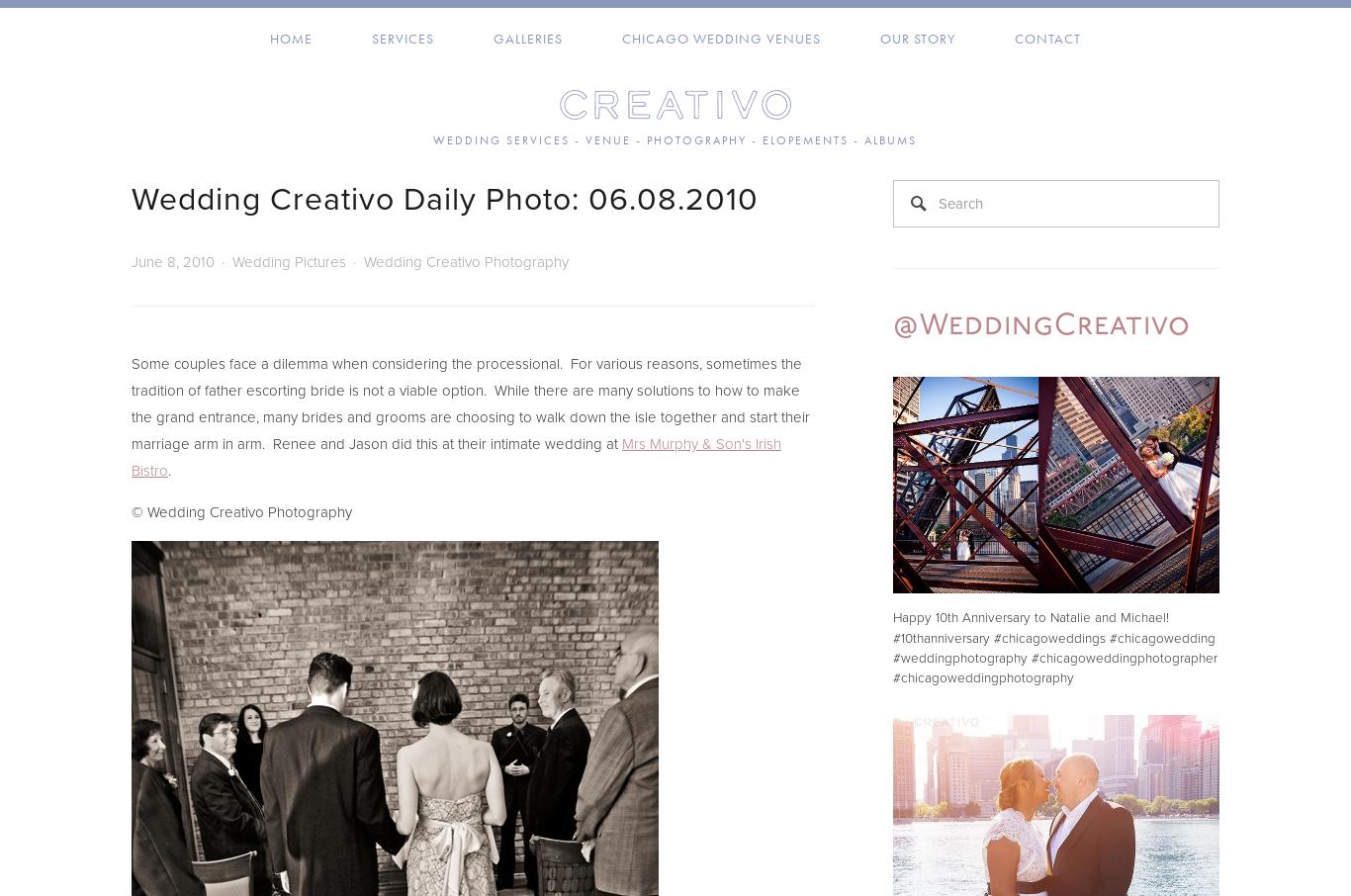 The image size is (1351, 896). Describe the element at coordinates (1039, 325) in the screenshot. I see `'@WeddingCreativo'` at that location.